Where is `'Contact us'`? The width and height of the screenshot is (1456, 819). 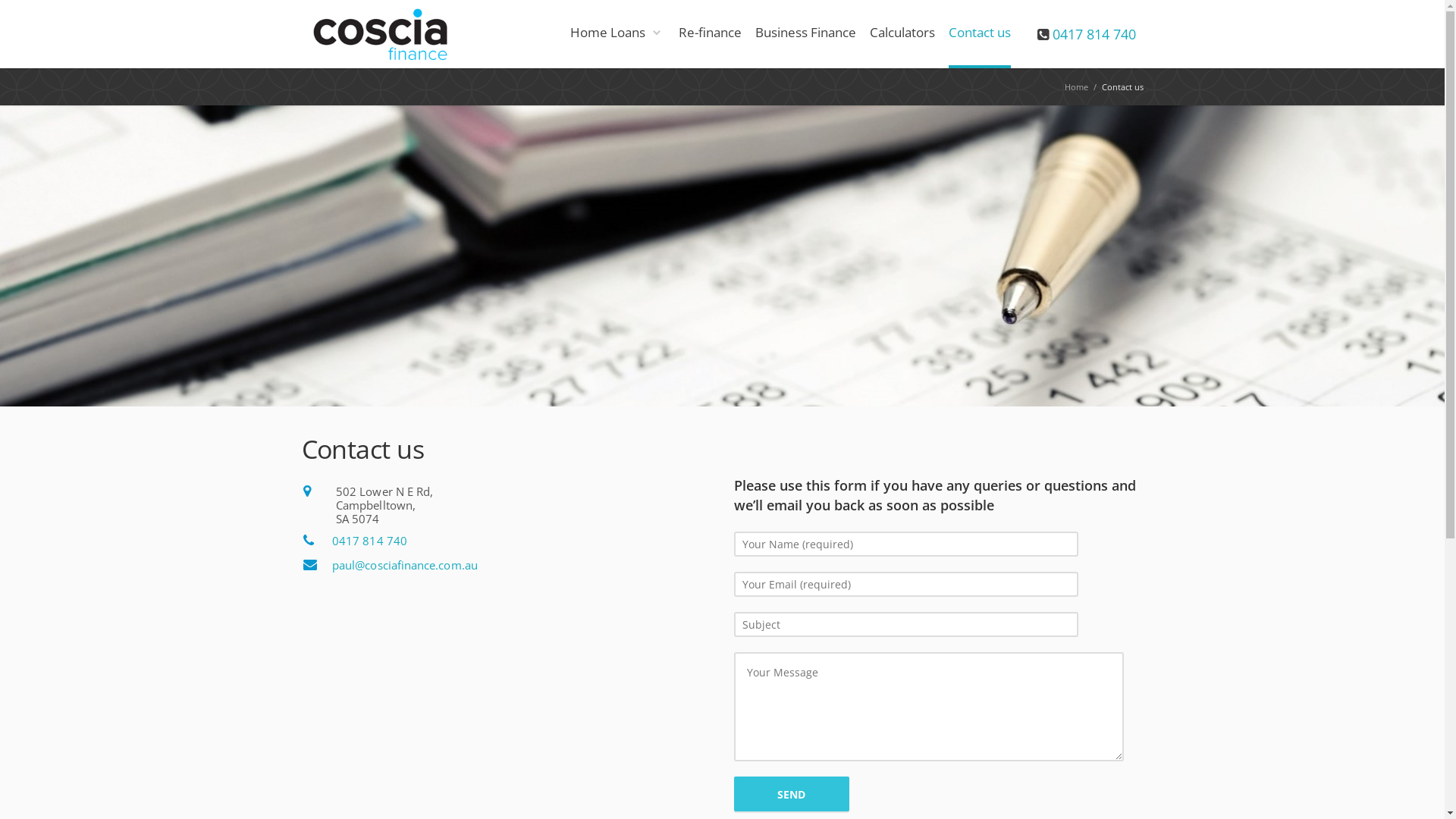
'Contact us' is located at coordinates (979, 34).